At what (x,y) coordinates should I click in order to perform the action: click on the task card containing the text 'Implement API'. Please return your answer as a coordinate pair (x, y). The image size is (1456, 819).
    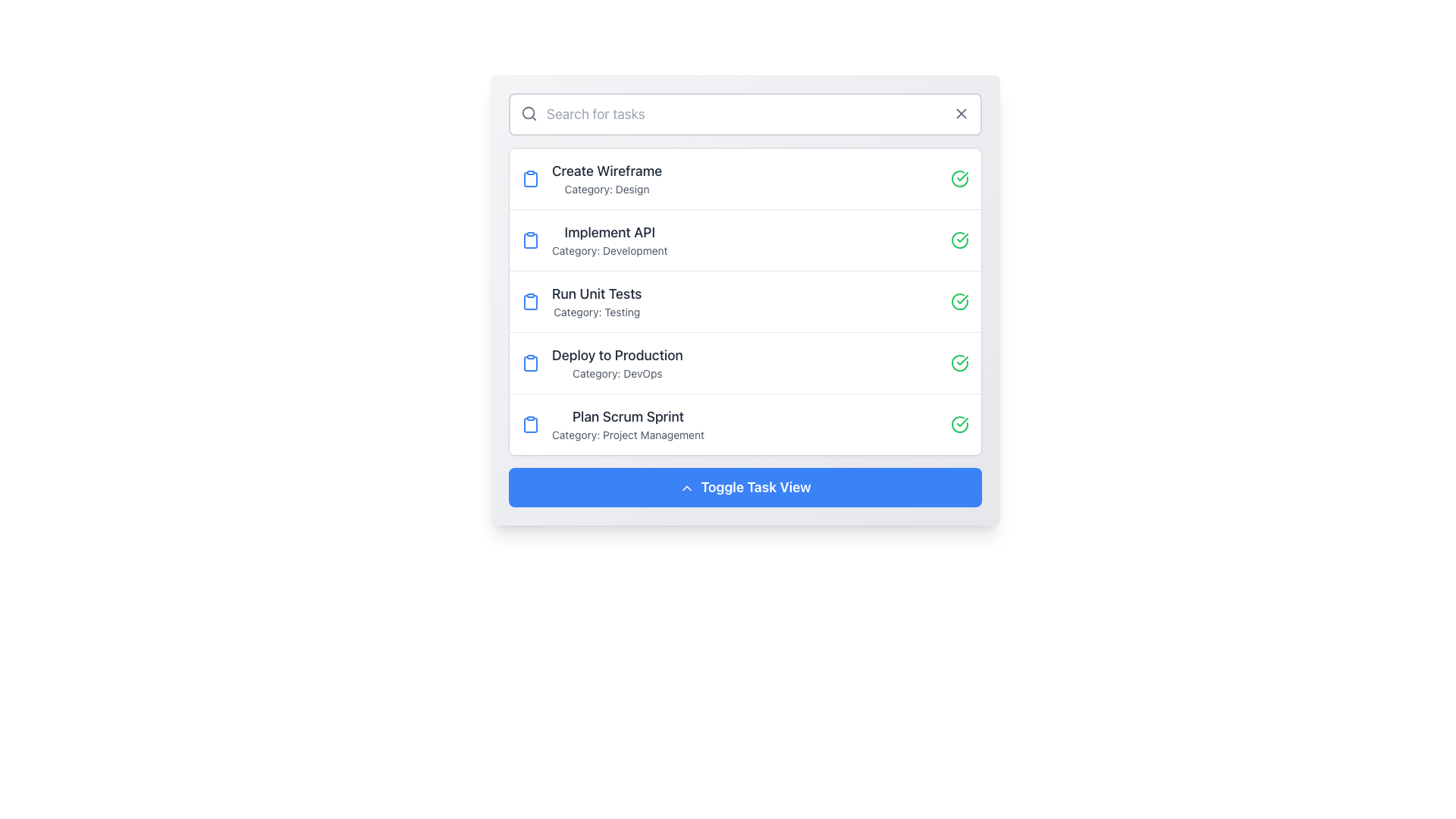
    Looking at the image, I should click on (610, 239).